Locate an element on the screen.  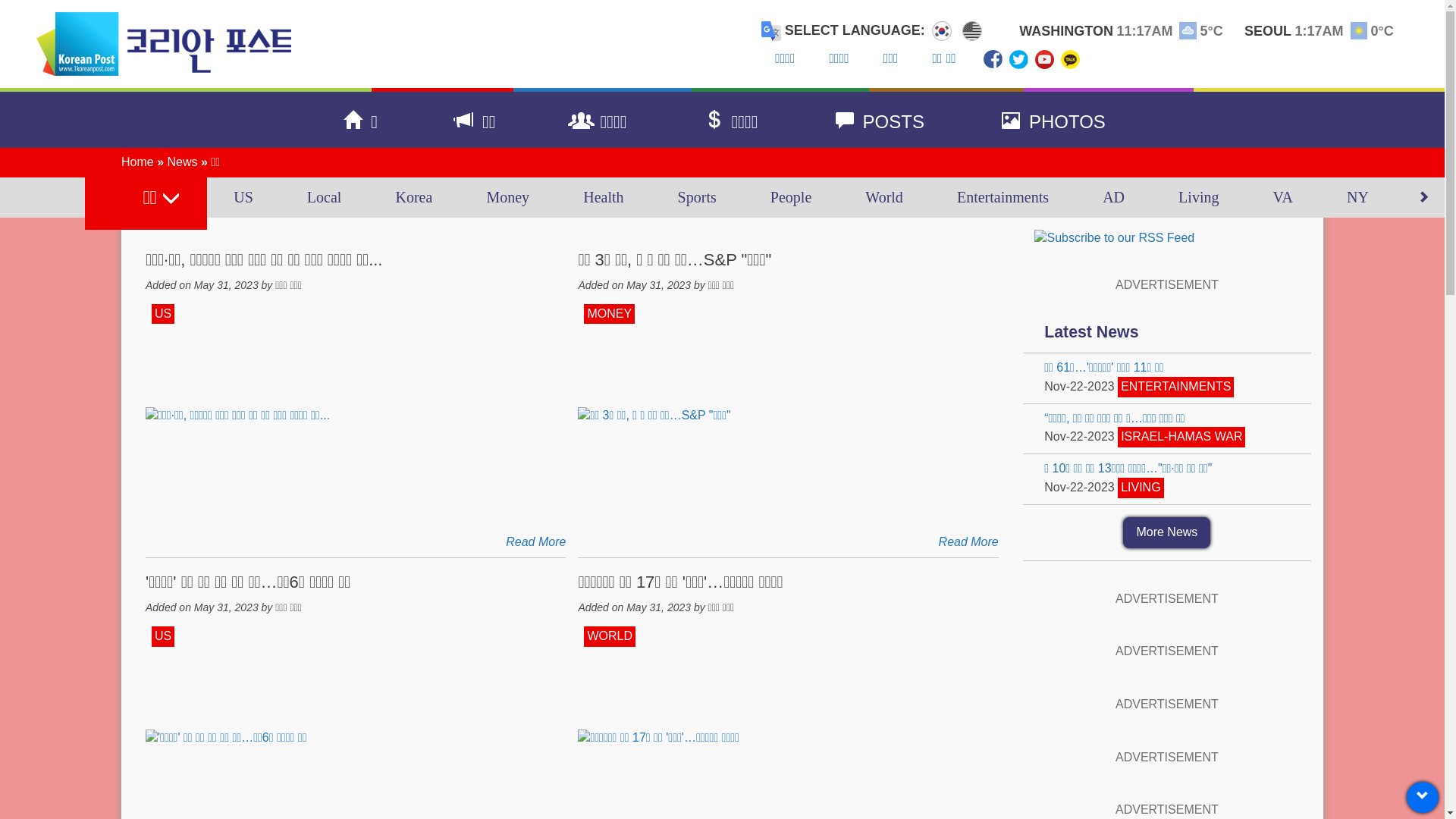
'WORLD' is located at coordinates (610, 636).